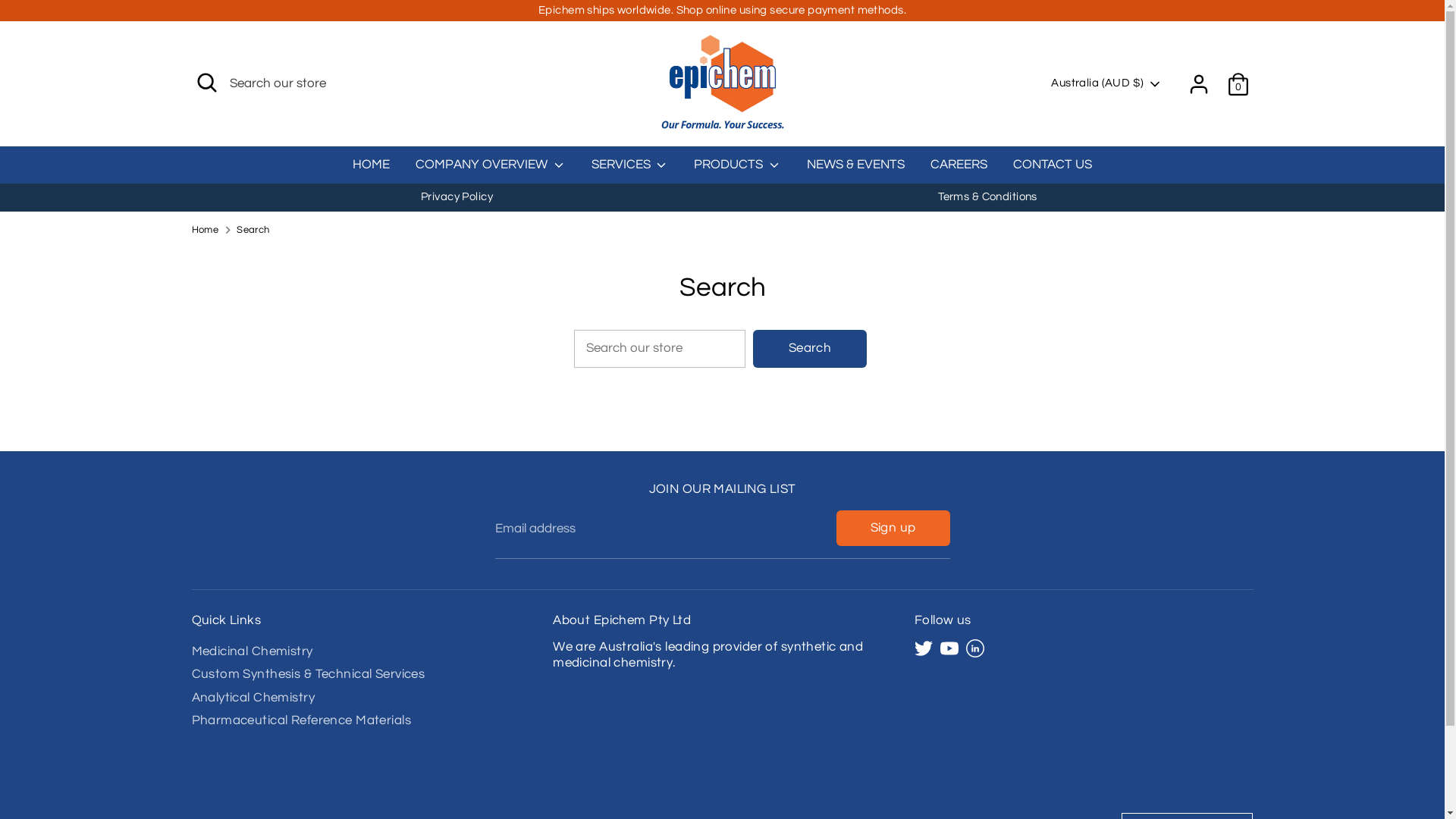 Image resolution: width=1456 pixels, height=819 pixels. I want to click on 'HOME', so click(371, 169).